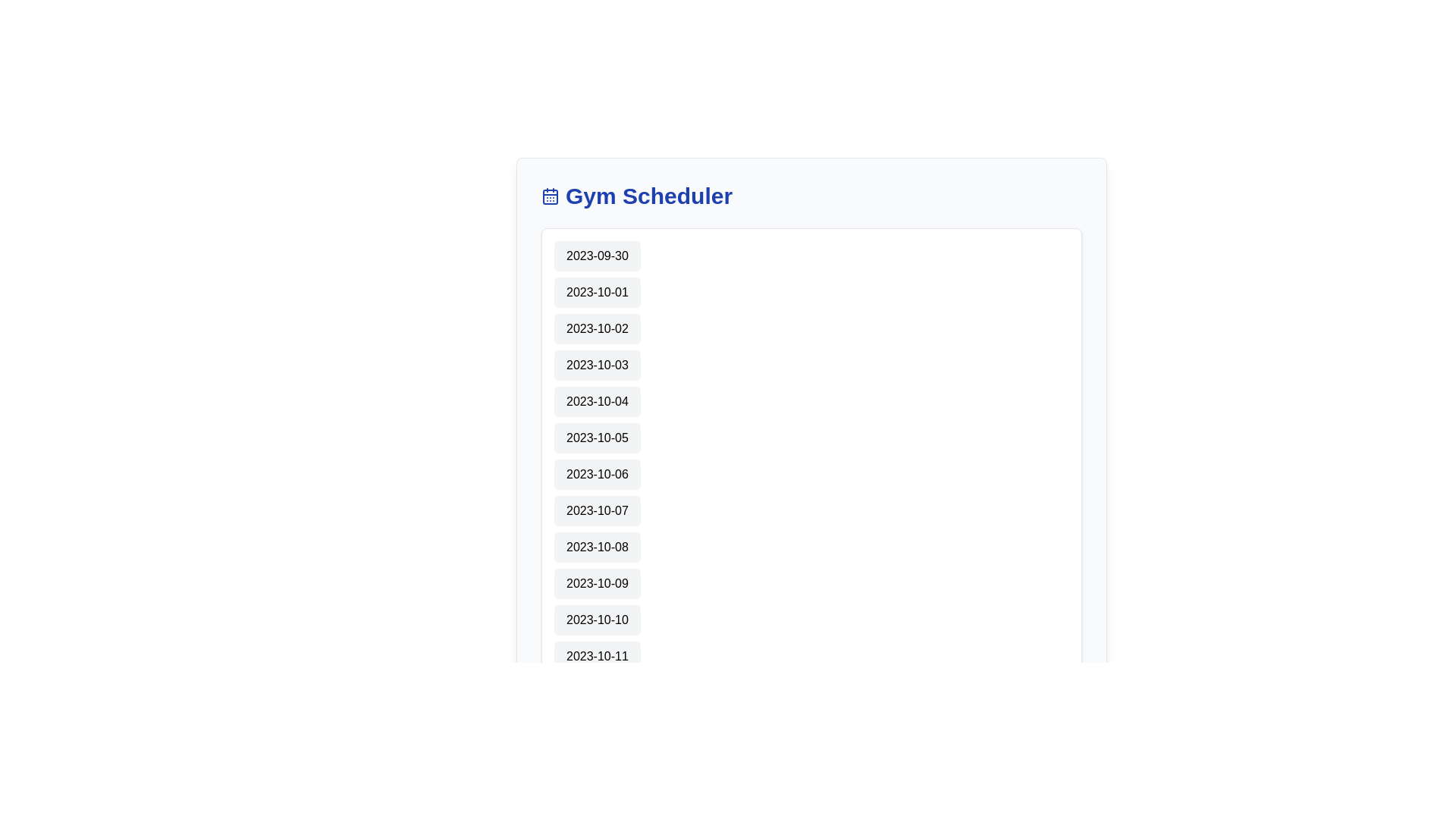  I want to click on the selectable date label that displays '2023-09-30', which is a rectangular button with rounded corners located at the top of a vertical list, so click(596, 256).